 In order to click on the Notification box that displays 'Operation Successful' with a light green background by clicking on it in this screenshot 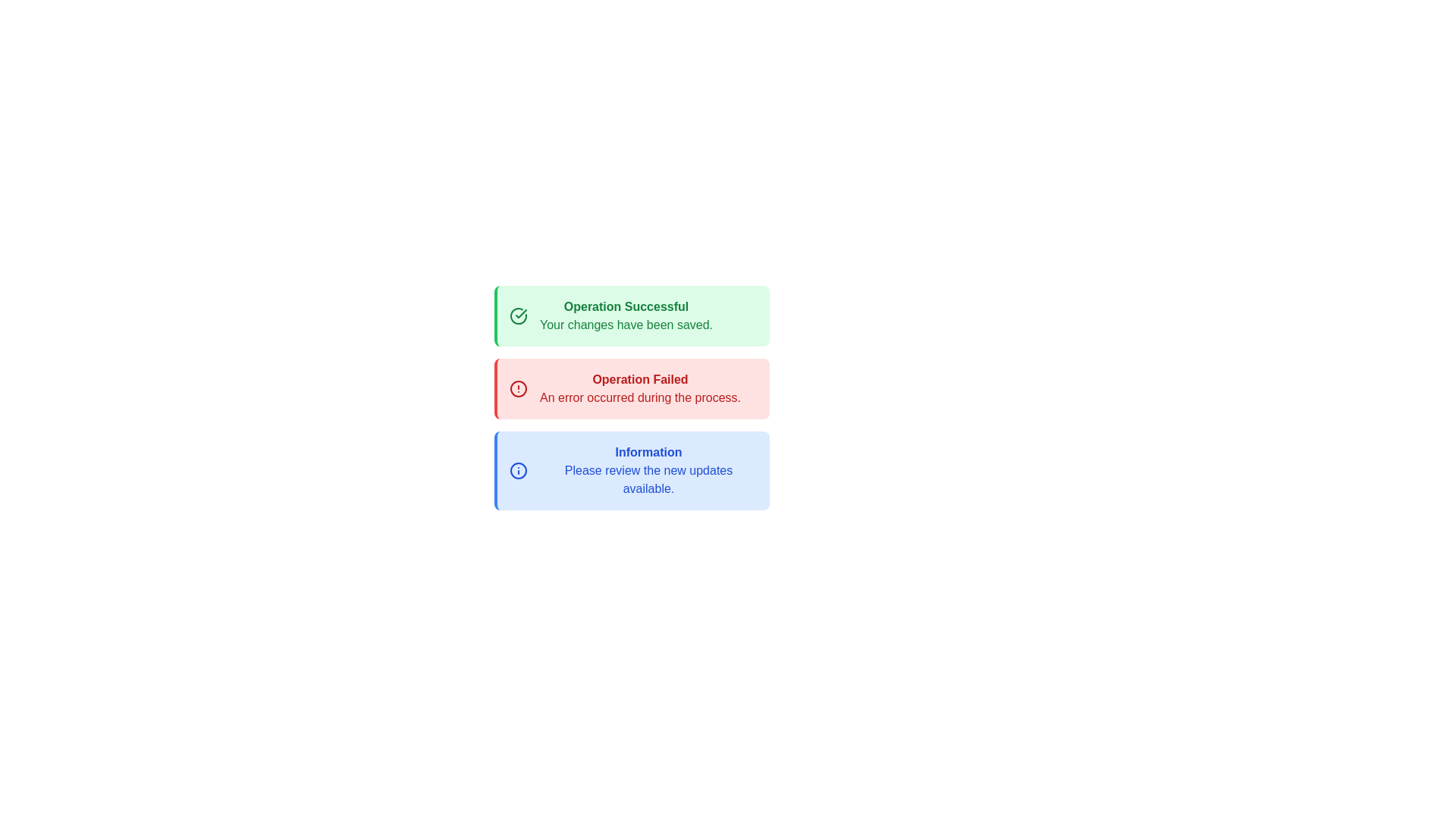, I will do `click(626, 315)`.